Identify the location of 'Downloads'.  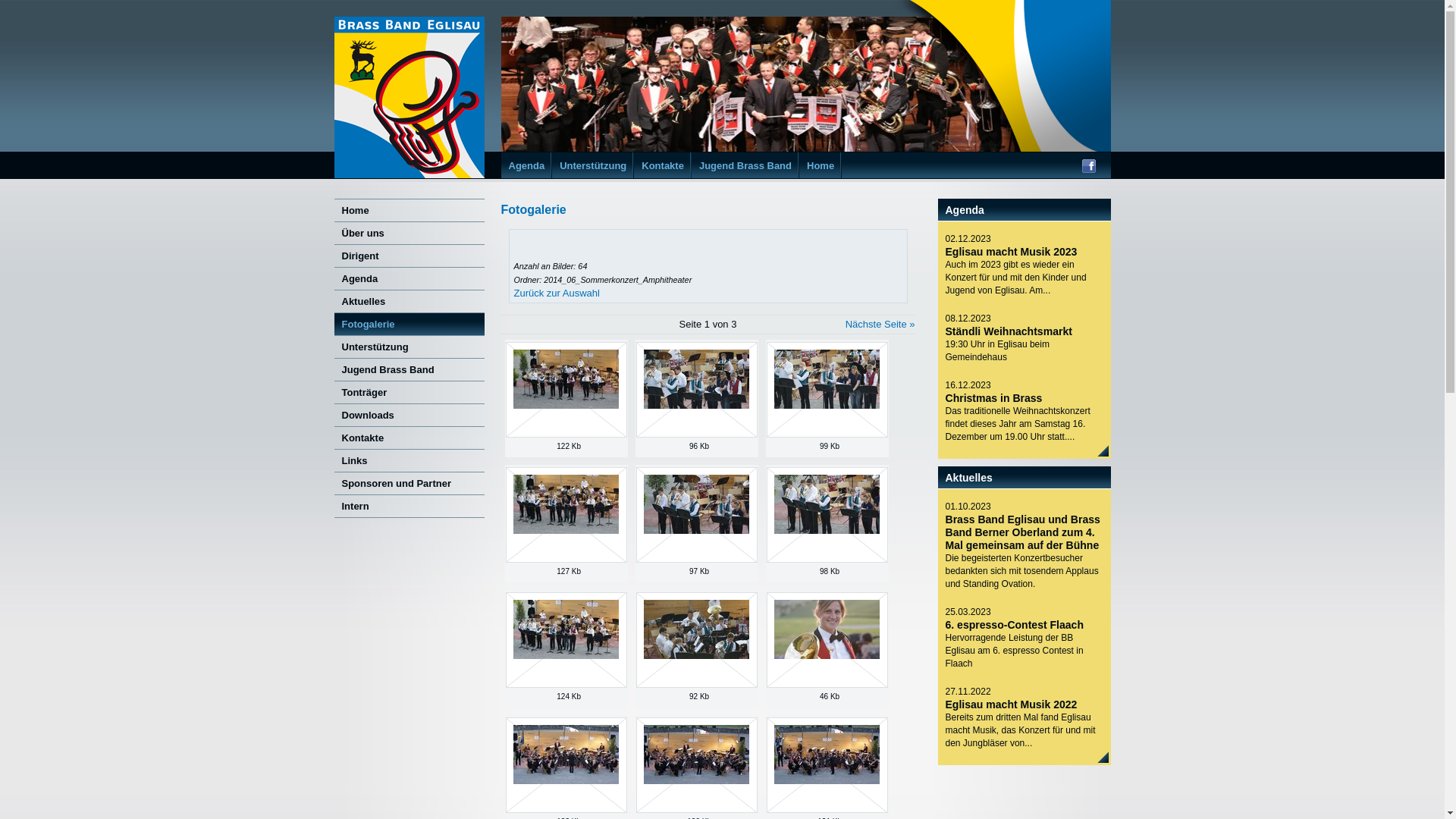
(408, 415).